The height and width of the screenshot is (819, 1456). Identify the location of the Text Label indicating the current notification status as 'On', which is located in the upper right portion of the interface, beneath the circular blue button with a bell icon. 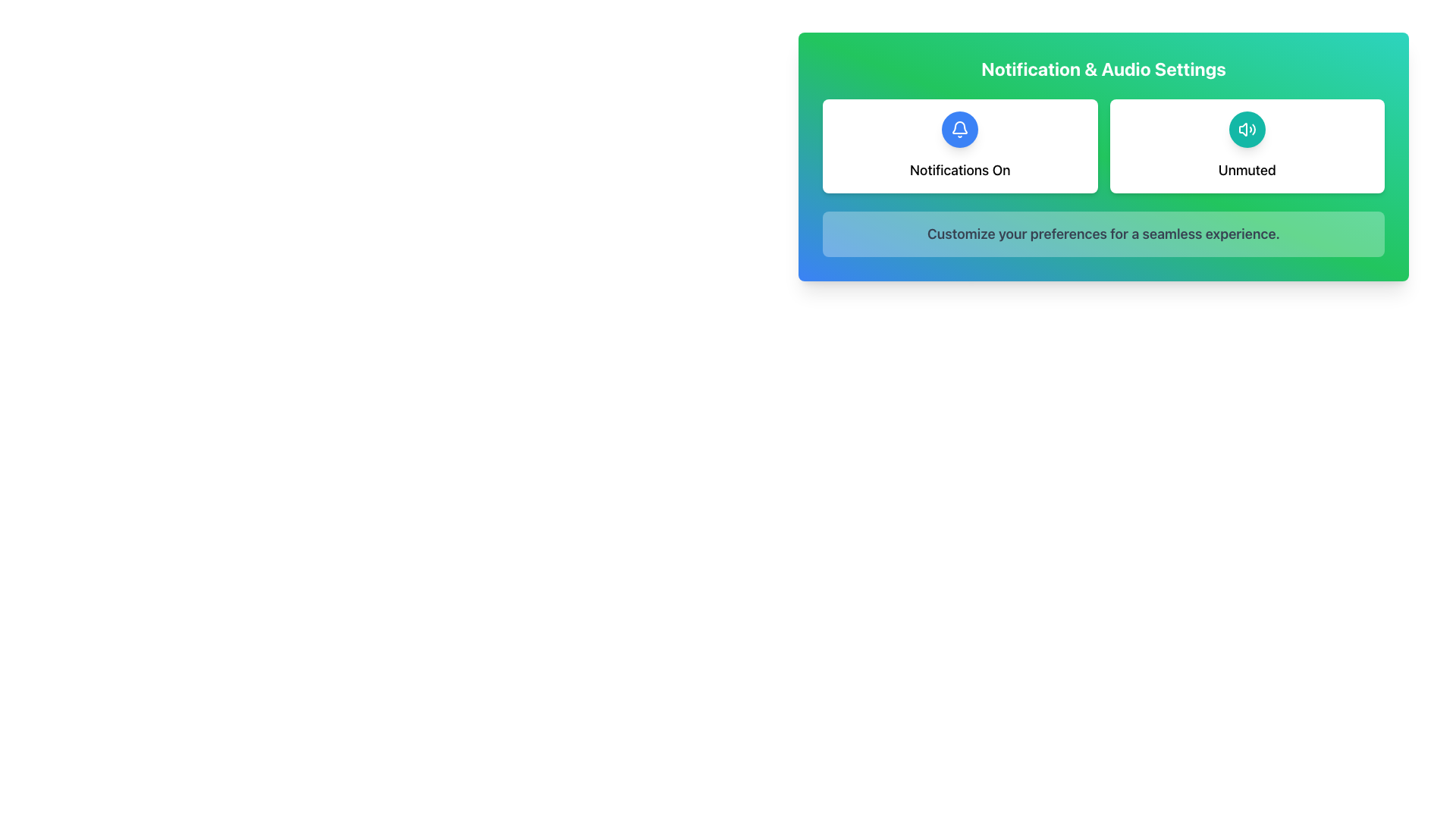
(959, 170).